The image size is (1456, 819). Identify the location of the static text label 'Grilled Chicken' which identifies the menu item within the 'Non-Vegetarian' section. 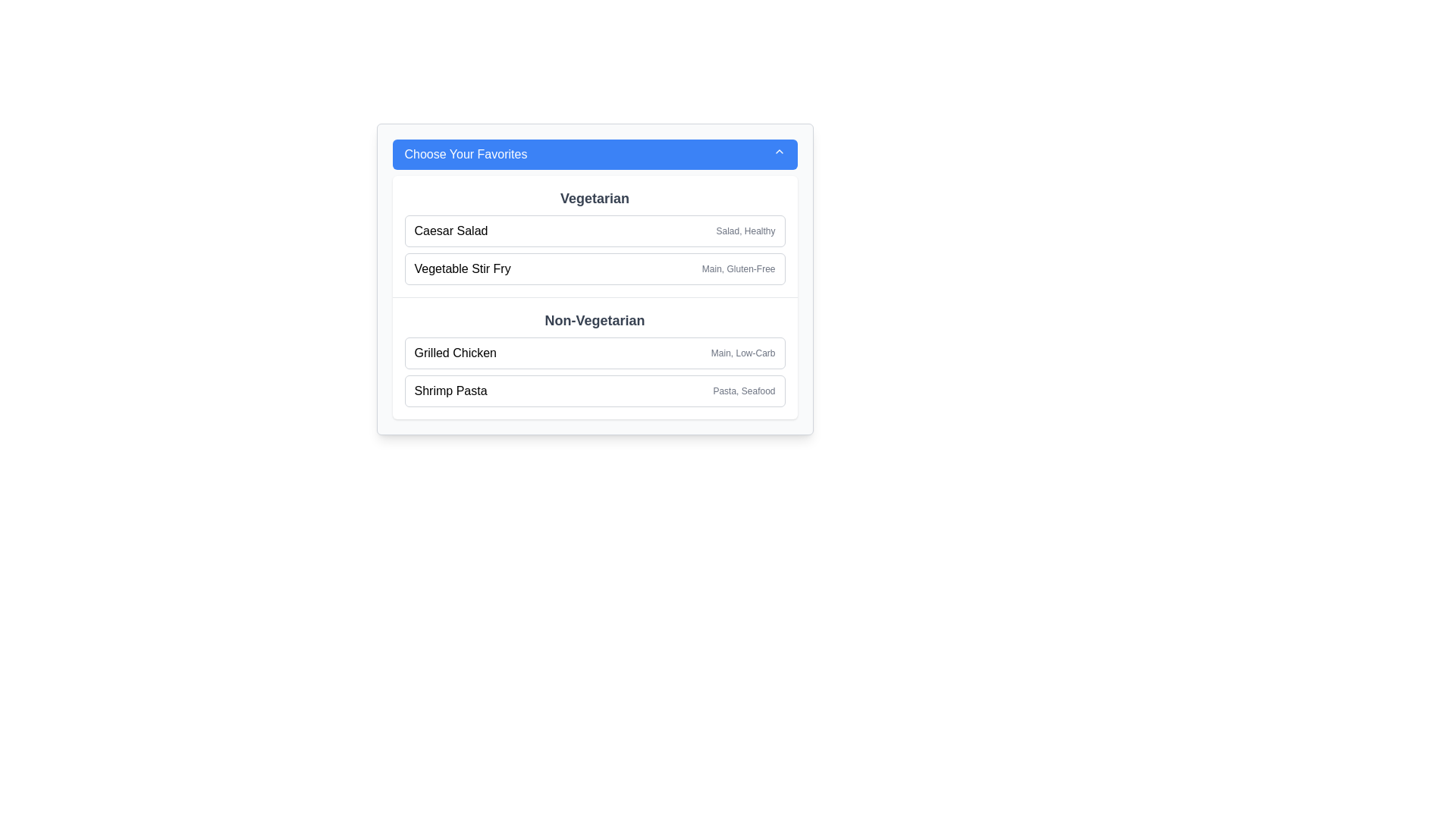
(454, 353).